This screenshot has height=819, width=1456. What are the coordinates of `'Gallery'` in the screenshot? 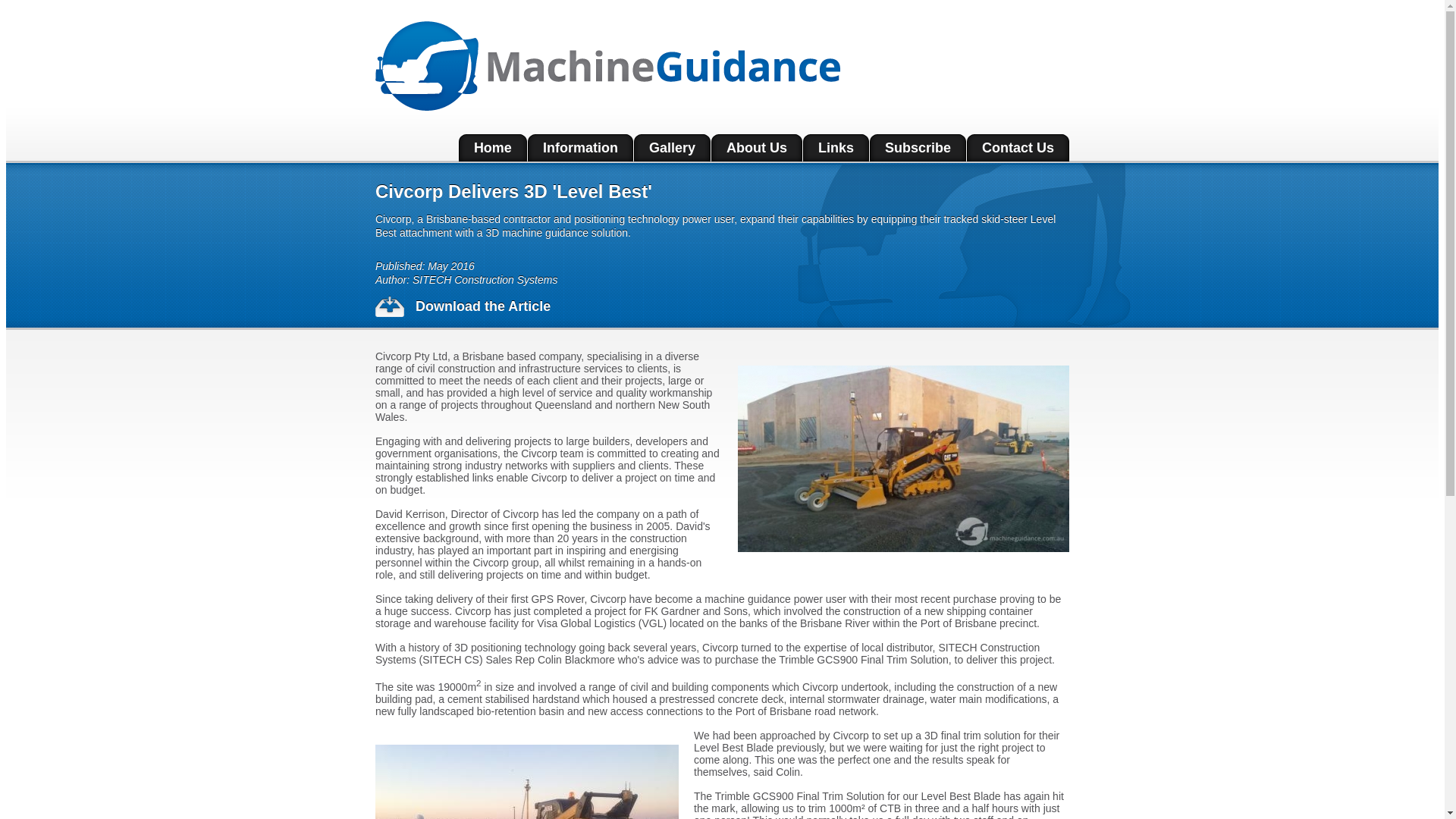 It's located at (671, 148).